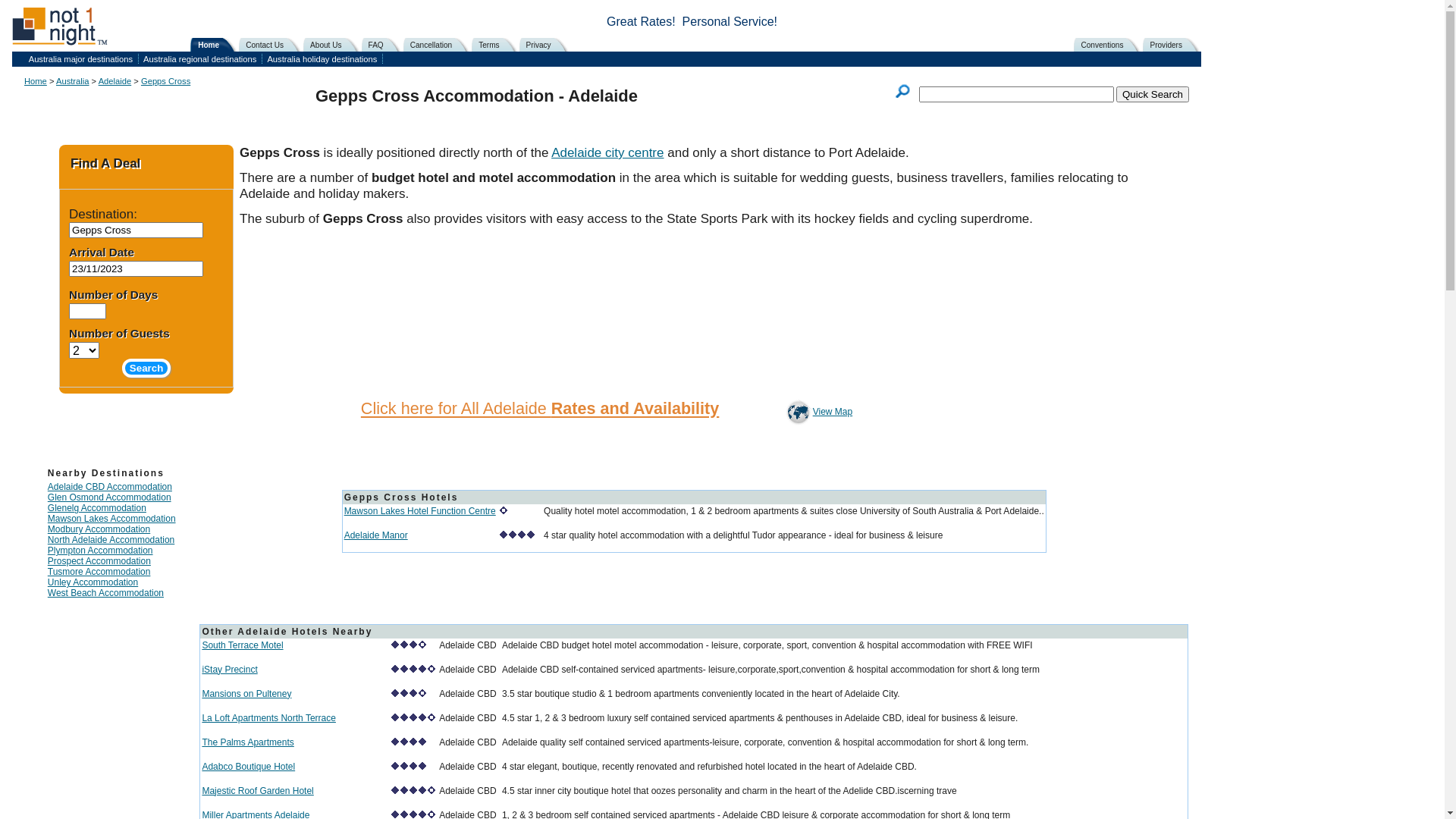  I want to click on 'Prospect Accommodation', so click(98, 561).